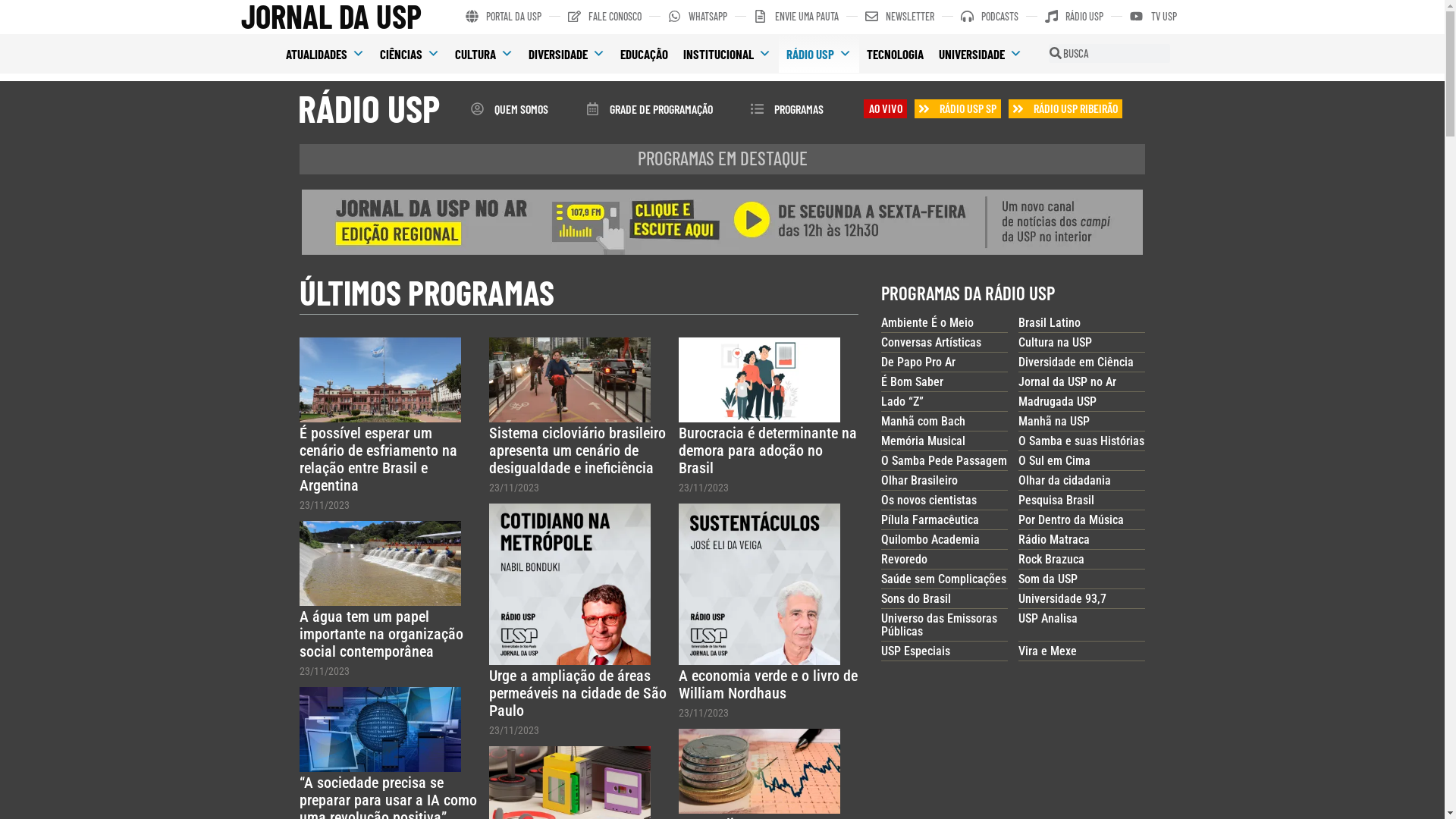  What do you see at coordinates (1050, 559) in the screenshot?
I see `'Rock Brazuca'` at bounding box center [1050, 559].